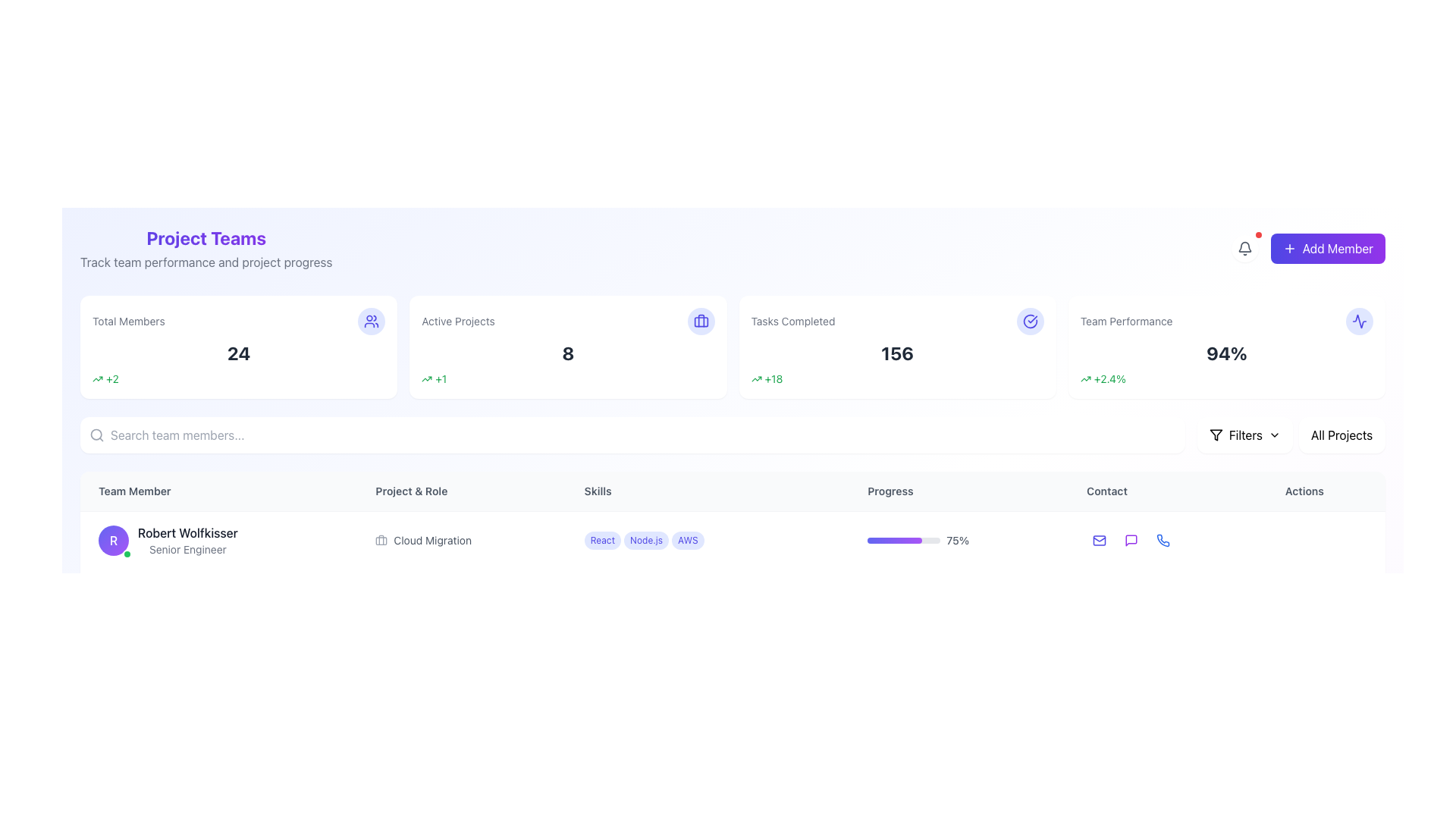  Describe the element at coordinates (1100, 540) in the screenshot. I see `the mail icon button in the 'Contact' column for 'Robert Wolfkisser'` at that location.